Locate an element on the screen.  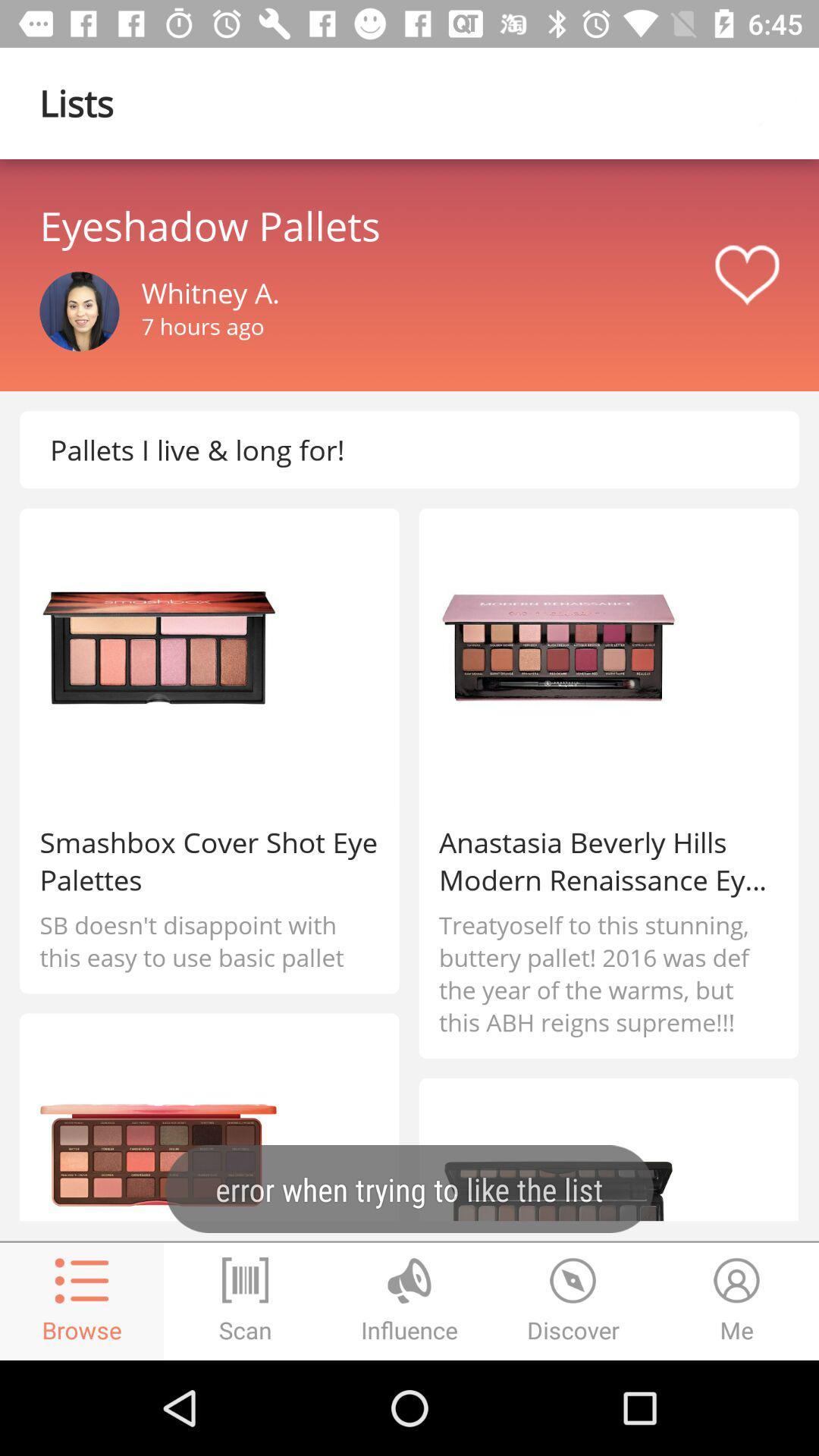
new pega is located at coordinates (779, 102).